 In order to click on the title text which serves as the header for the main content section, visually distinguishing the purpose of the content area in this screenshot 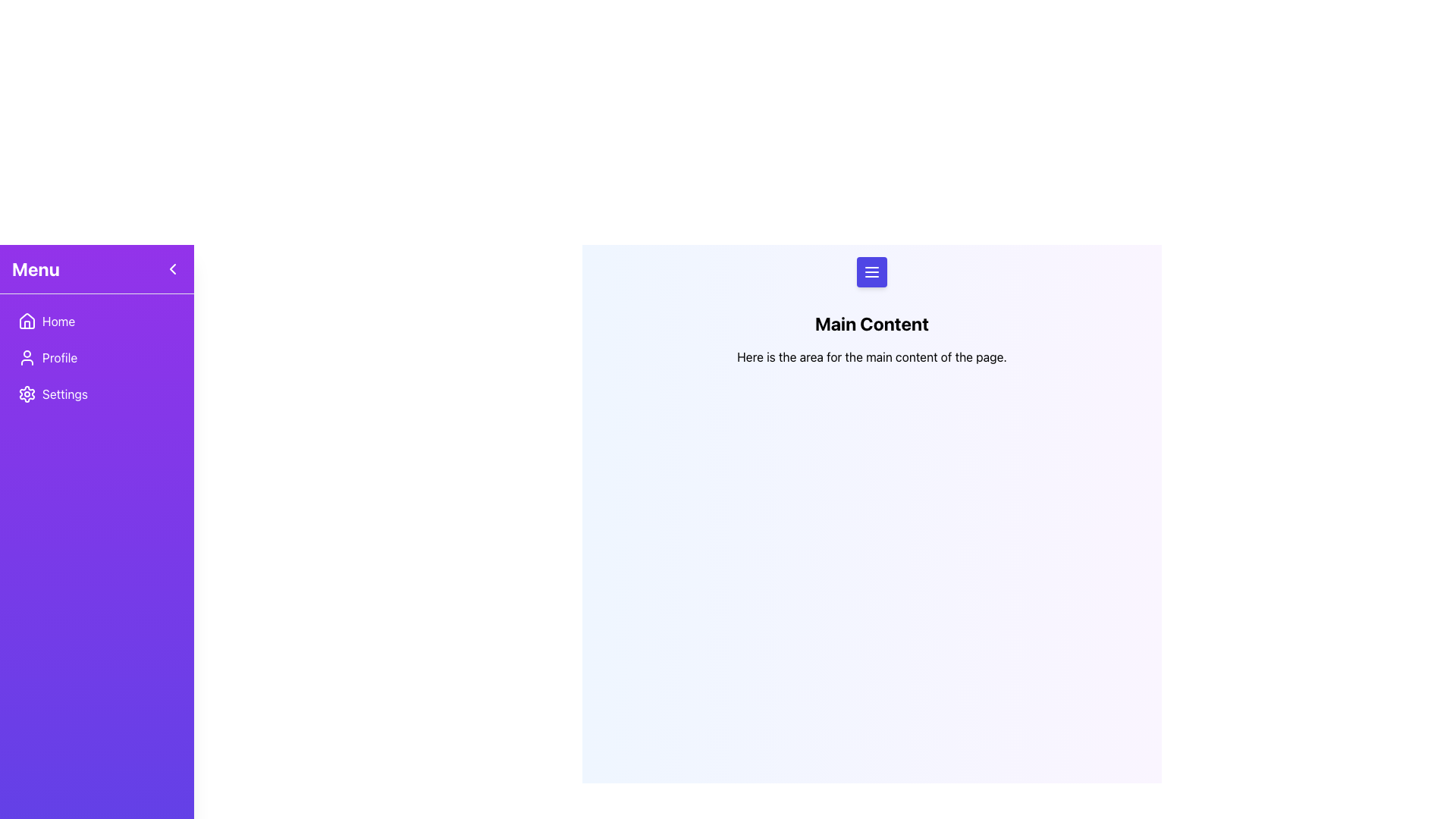, I will do `click(872, 323)`.